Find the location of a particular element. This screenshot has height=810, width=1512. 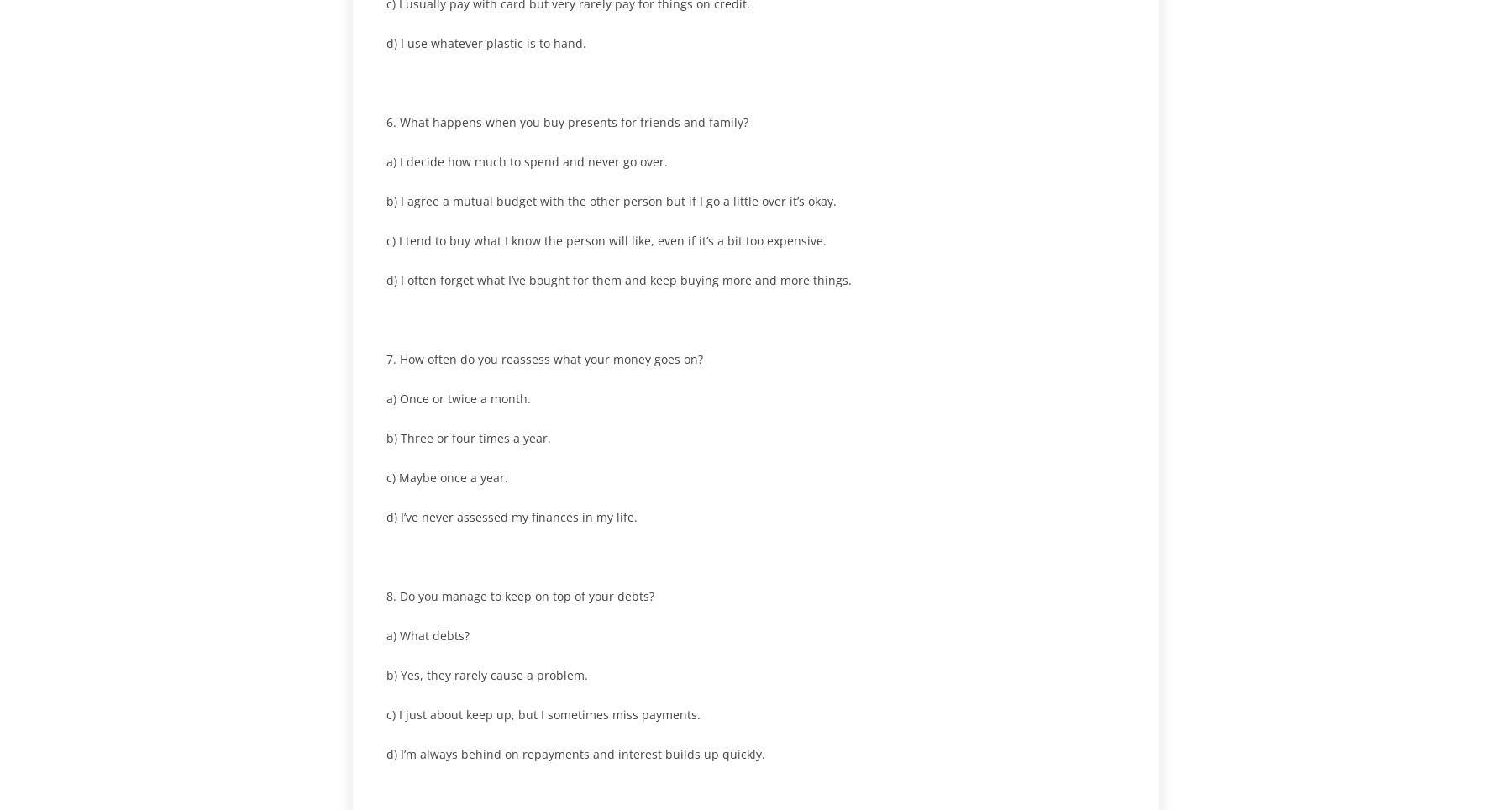

'b) Three or four times a year.' is located at coordinates (468, 436).